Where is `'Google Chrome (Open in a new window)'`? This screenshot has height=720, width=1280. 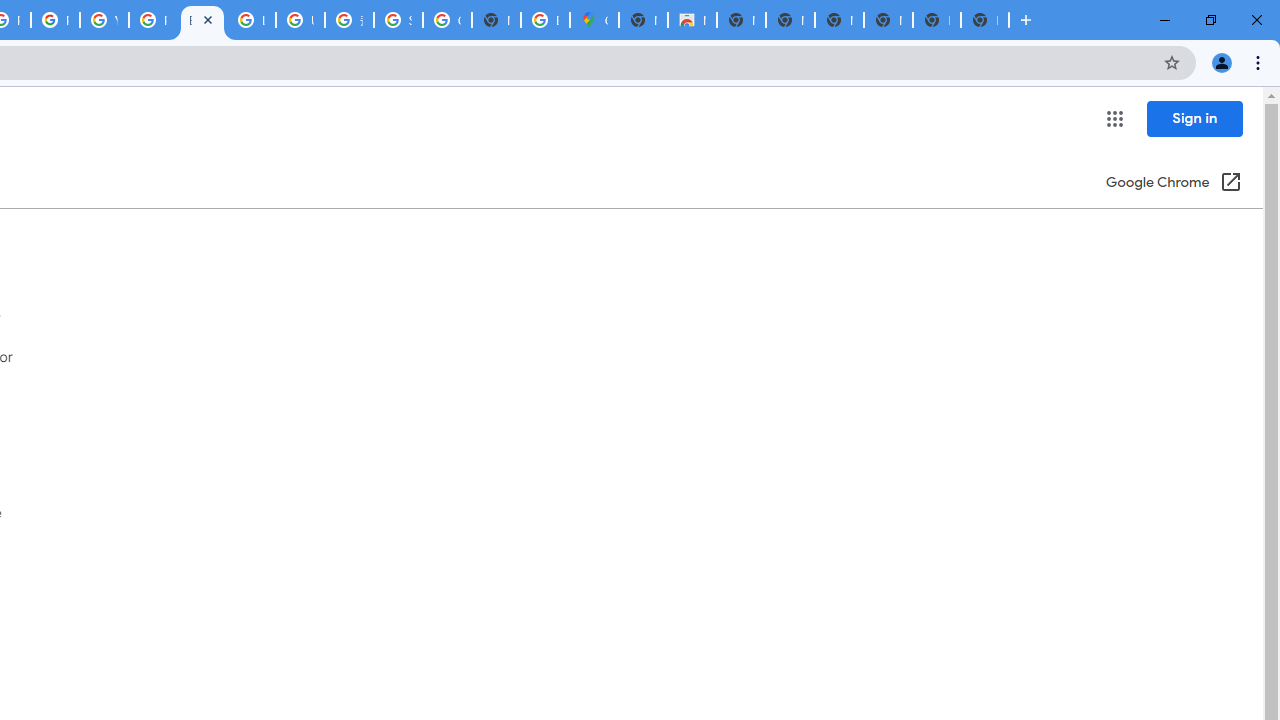
'Google Chrome (Open in a new window)' is located at coordinates (1173, 183).